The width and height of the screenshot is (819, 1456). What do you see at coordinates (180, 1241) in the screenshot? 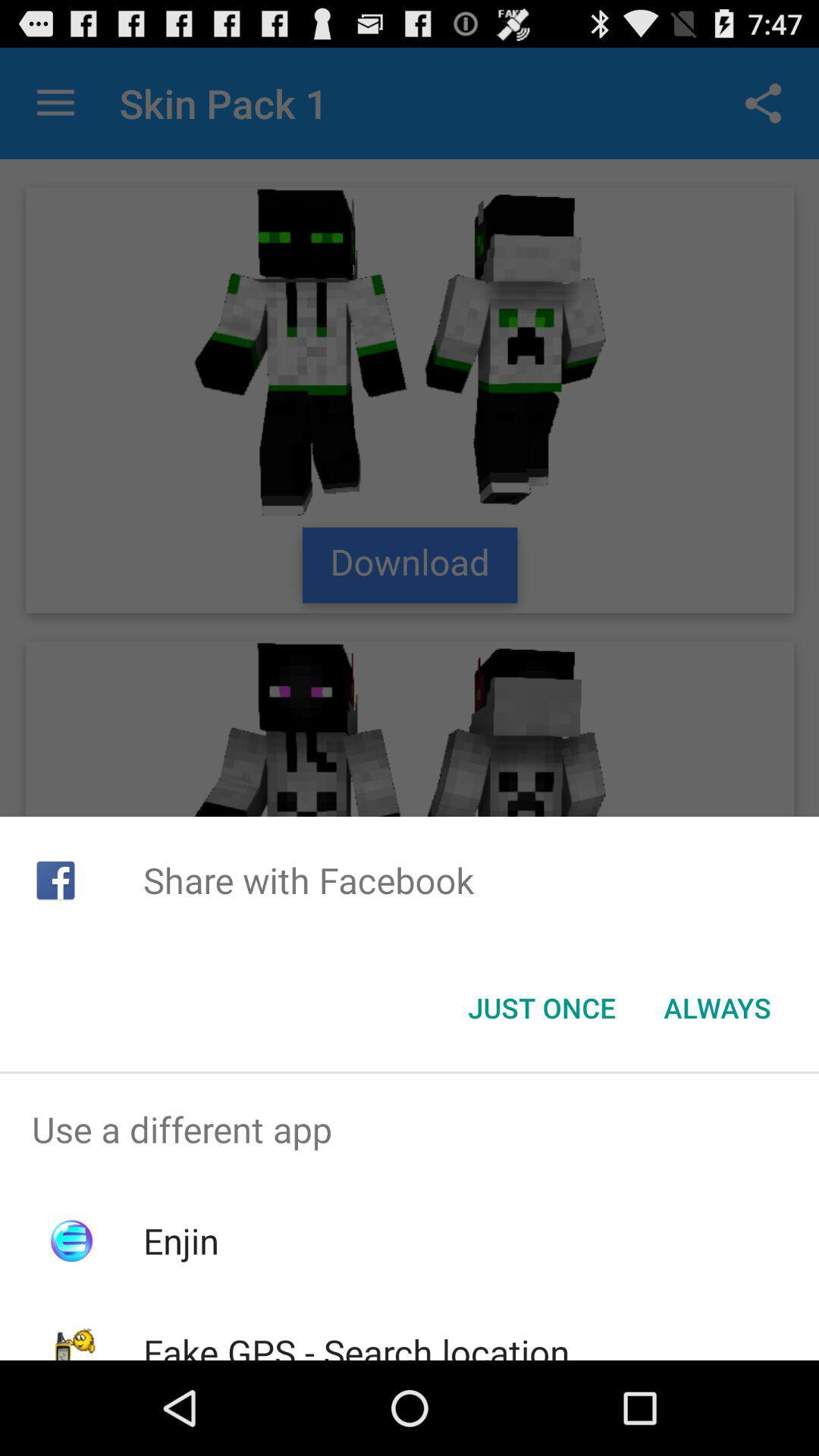
I see `enjin` at bounding box center [180, 1241].